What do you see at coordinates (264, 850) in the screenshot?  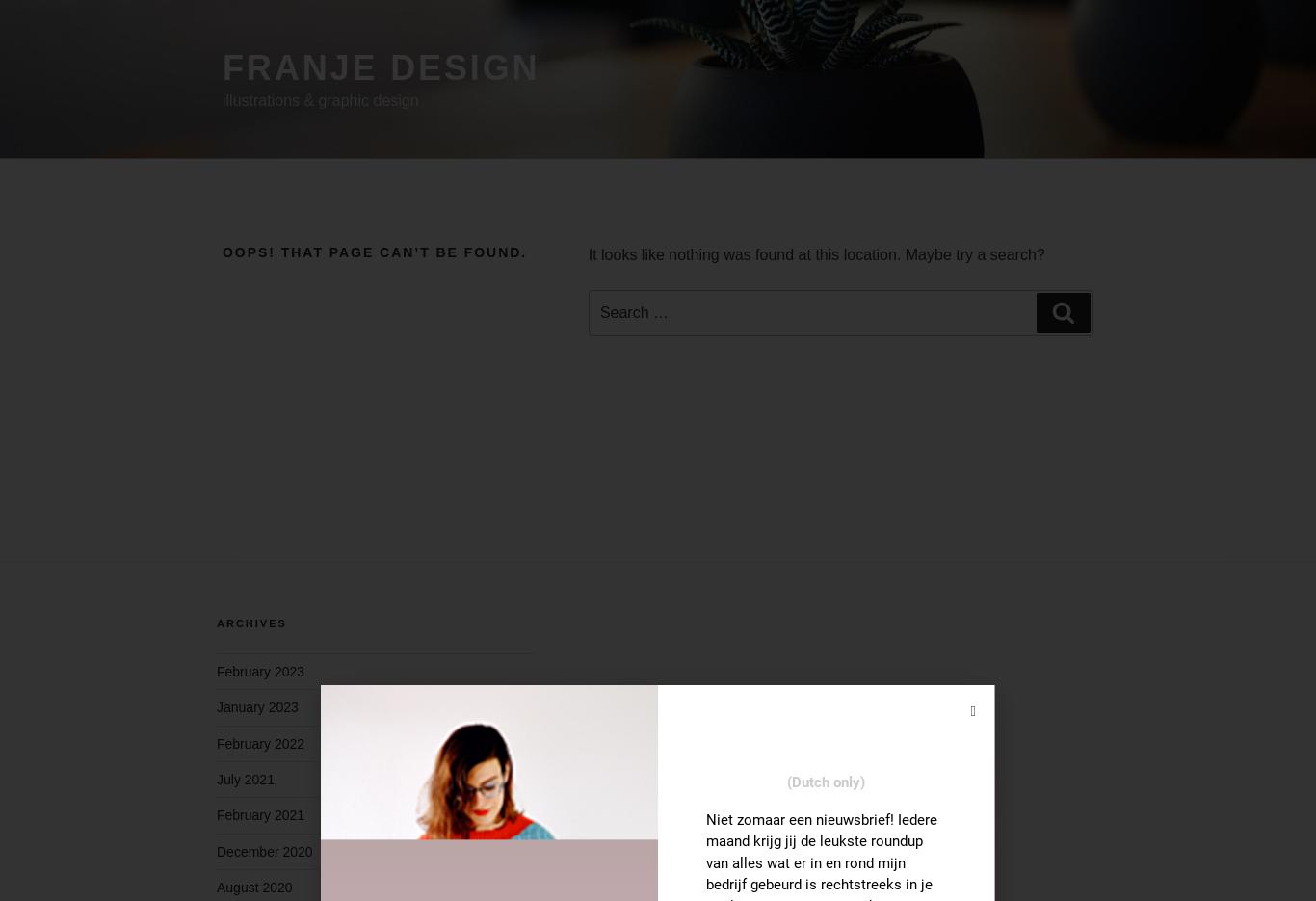 I see `'December 2020'` at bounding box center [264, 850].